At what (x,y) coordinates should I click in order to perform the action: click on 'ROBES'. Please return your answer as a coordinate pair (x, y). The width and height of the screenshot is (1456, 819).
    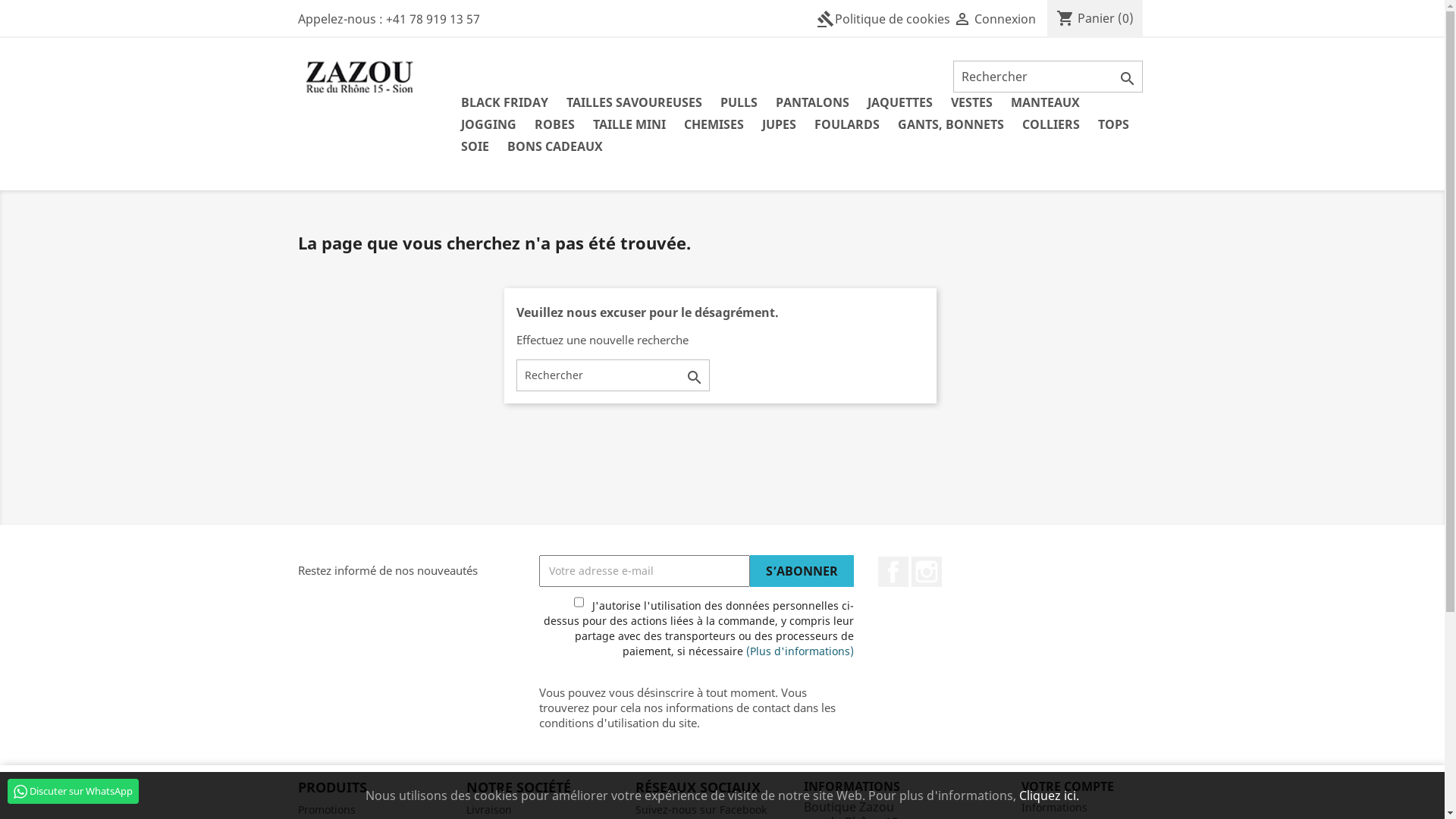
    Looking at the image, I should click on (554, 124).